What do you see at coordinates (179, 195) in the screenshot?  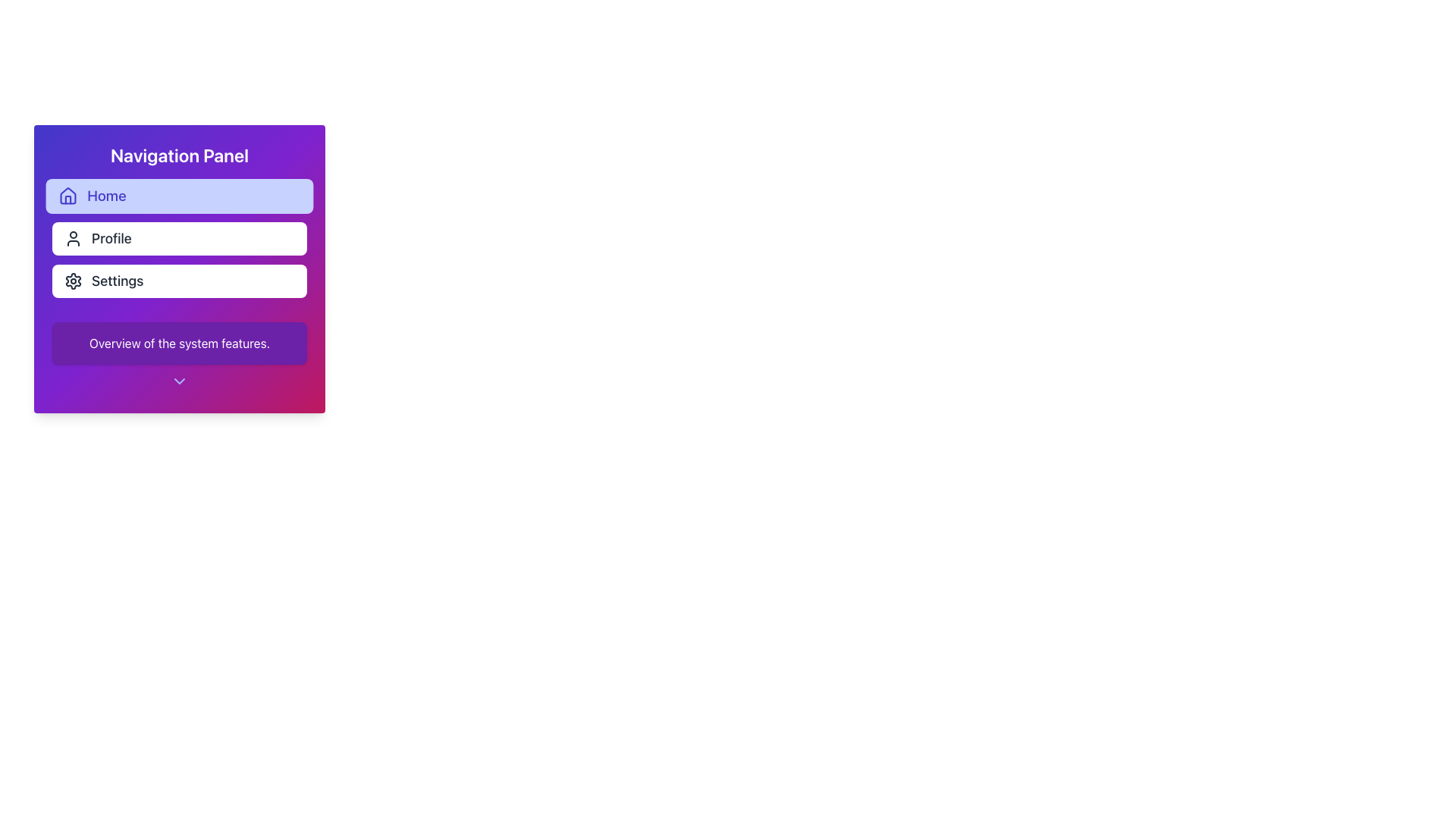 I see `the 'Home' button, which is the first button in the navigation panel` at bounding box center [179, 195].